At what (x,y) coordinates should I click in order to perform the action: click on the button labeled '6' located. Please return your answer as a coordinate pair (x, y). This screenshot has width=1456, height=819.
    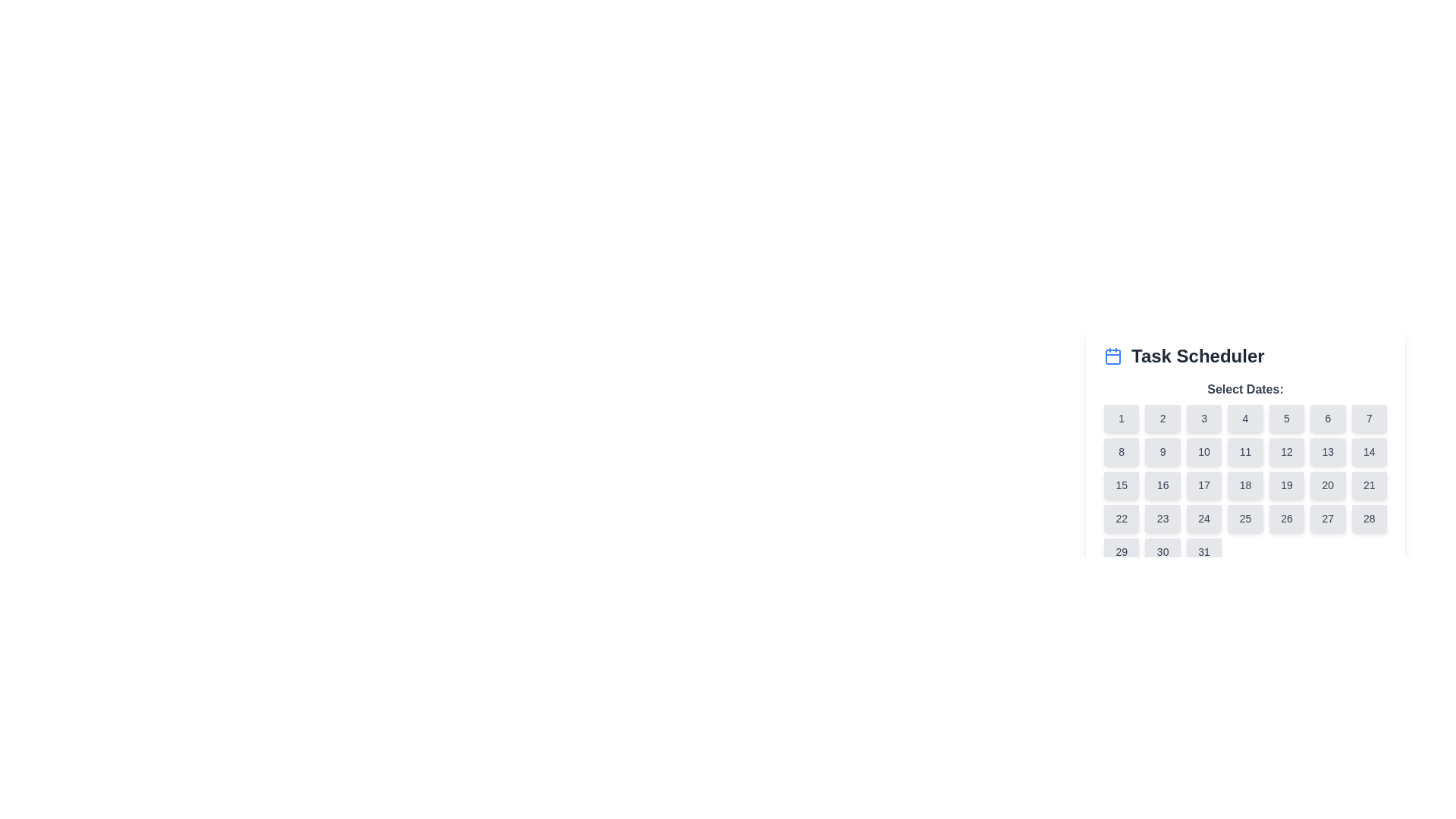
    Looking at the image, I should click on (1327, 418).